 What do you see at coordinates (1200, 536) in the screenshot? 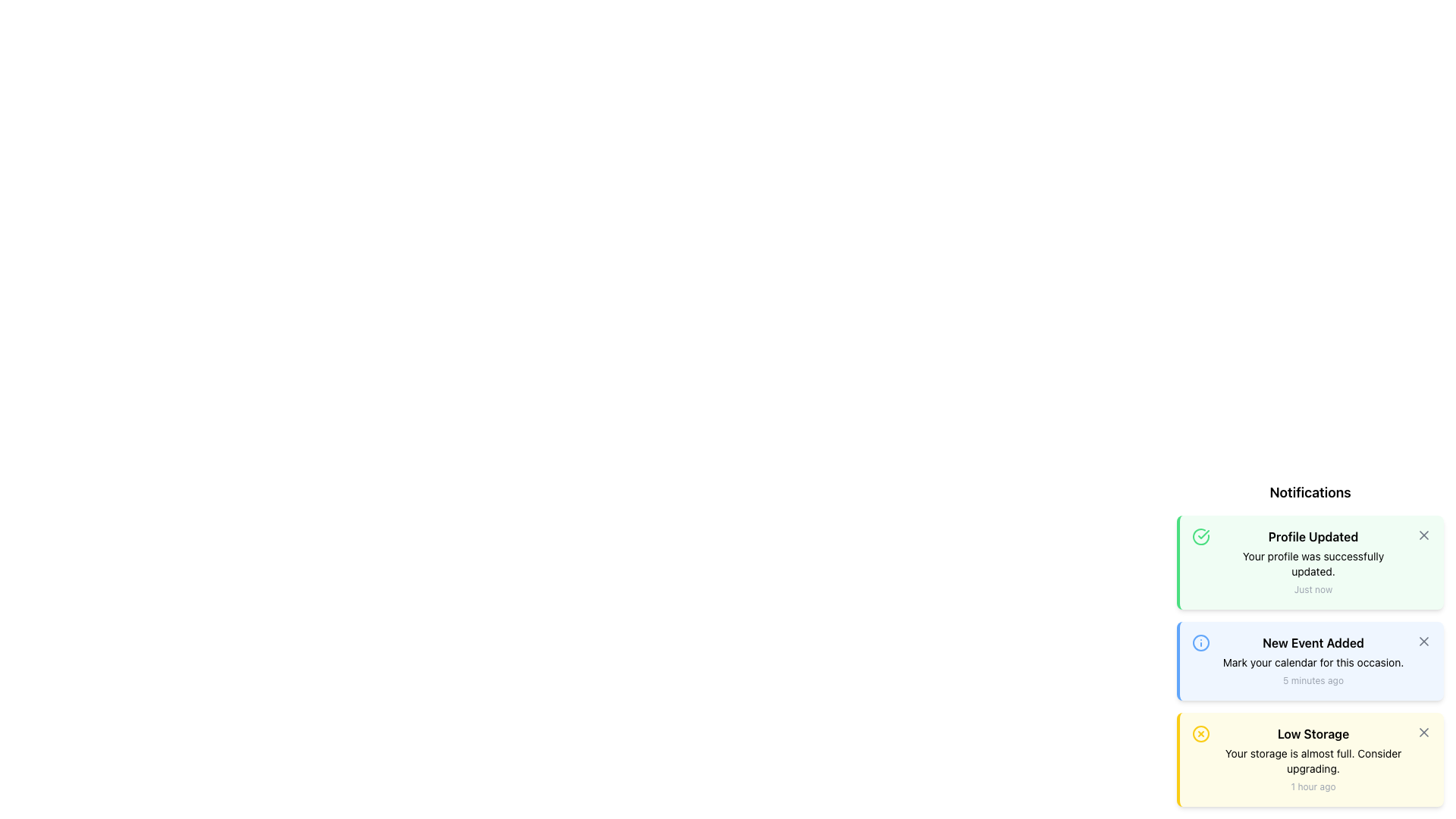
I see `the success status icon located in the top-left corner of the first notification card, adjacent to the text 'Profile Updated'` at bounding box center [1200, 536].